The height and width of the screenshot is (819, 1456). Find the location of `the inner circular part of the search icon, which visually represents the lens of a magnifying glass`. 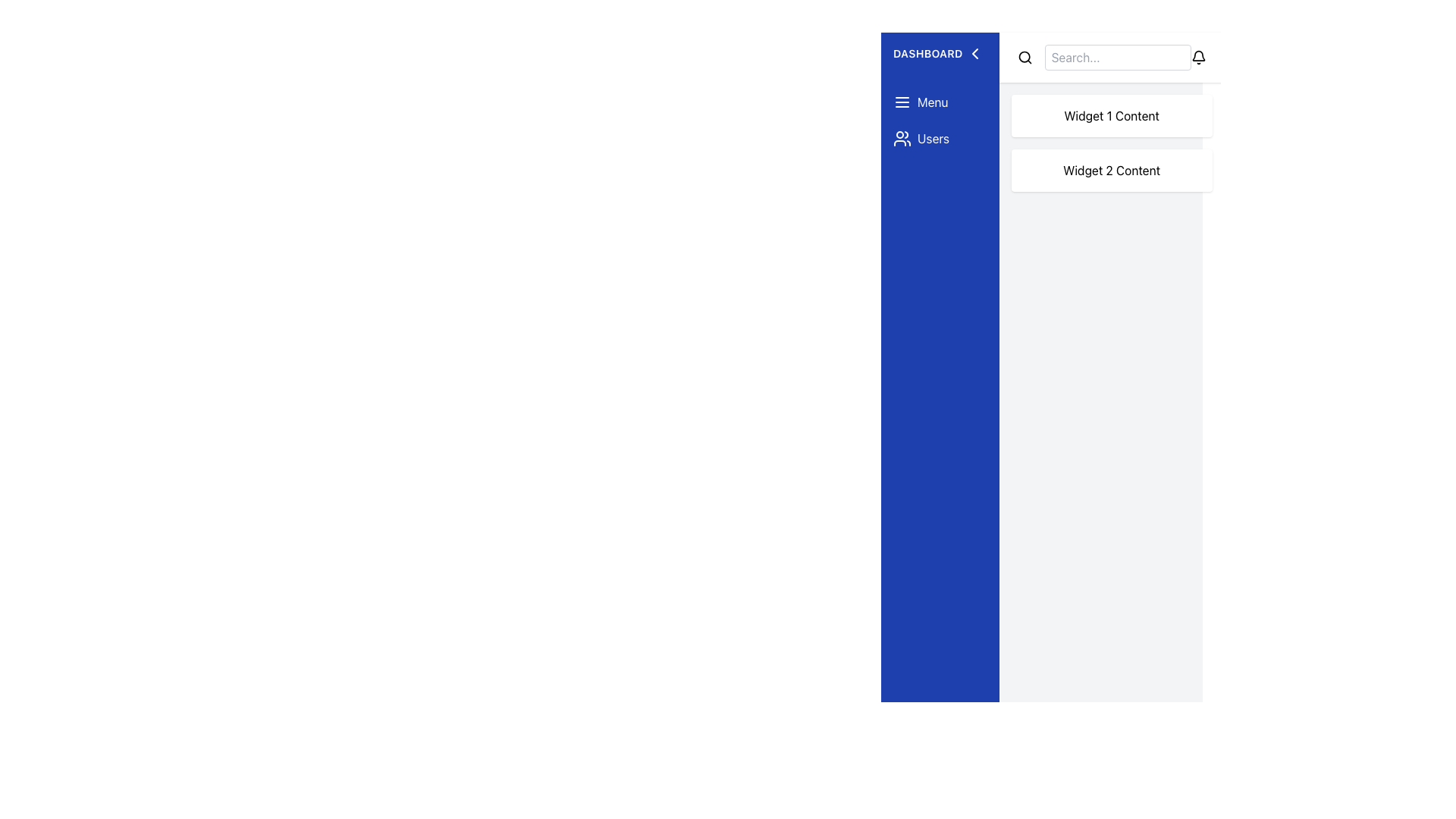

the inner circular part of the search icon, which visually represents the lens of a magnifying glass is located at coordinates (1024, 56).